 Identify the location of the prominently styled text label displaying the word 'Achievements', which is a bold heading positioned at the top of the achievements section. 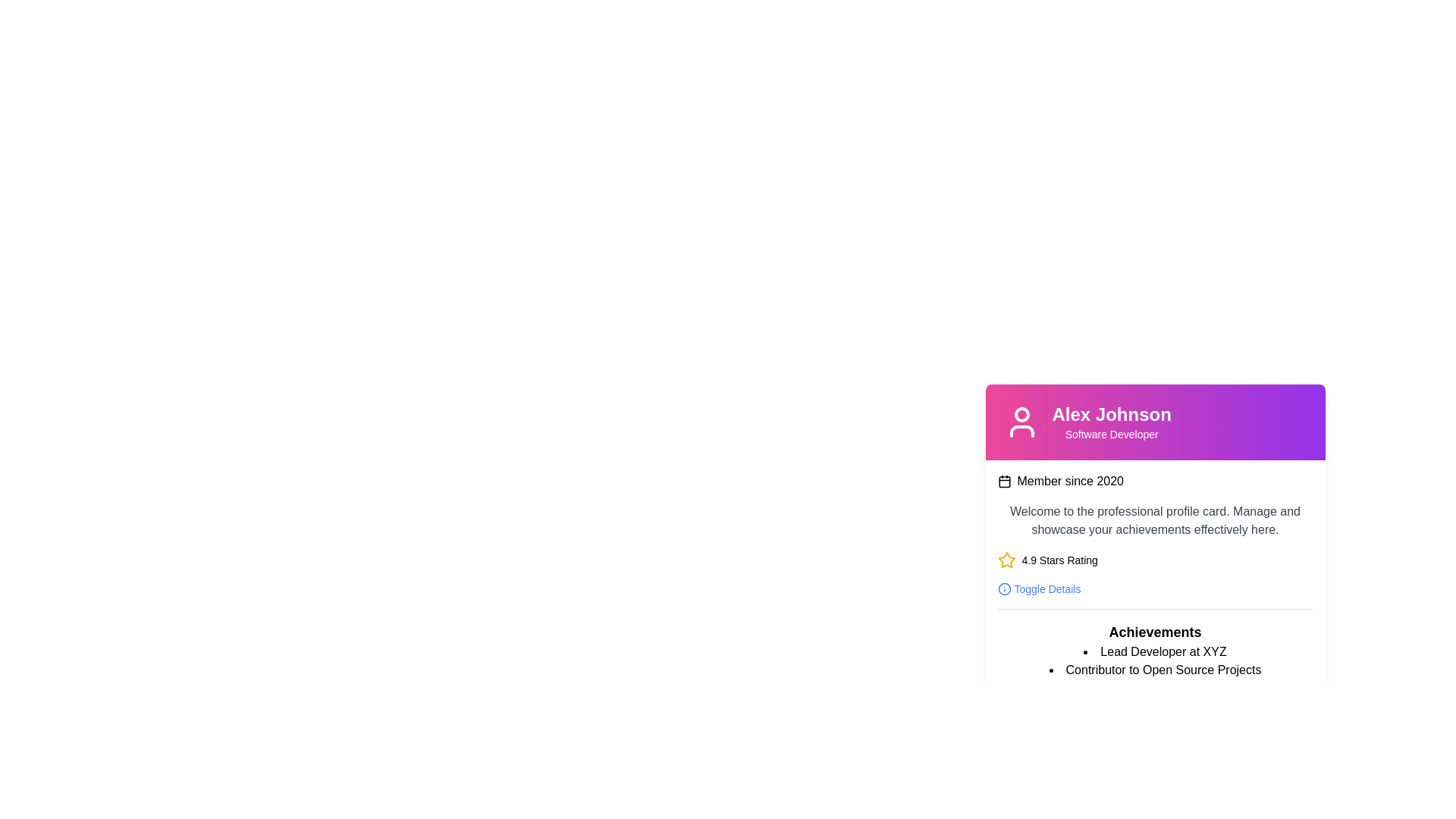
(1154, 632).